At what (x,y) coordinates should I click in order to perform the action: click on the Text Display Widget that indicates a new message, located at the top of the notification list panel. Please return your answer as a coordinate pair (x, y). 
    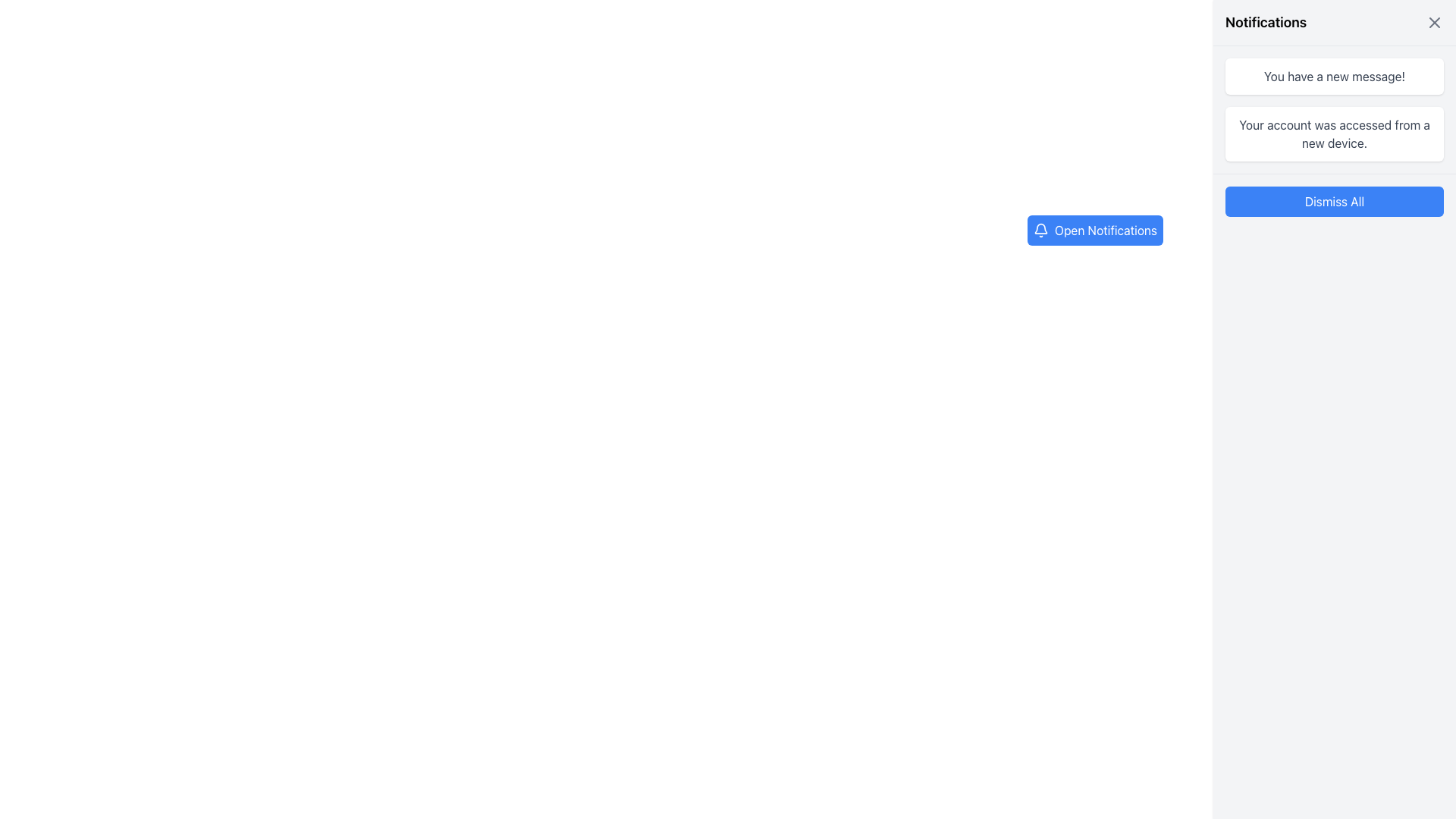
    Looking at the image, I should click on (1335, 76).